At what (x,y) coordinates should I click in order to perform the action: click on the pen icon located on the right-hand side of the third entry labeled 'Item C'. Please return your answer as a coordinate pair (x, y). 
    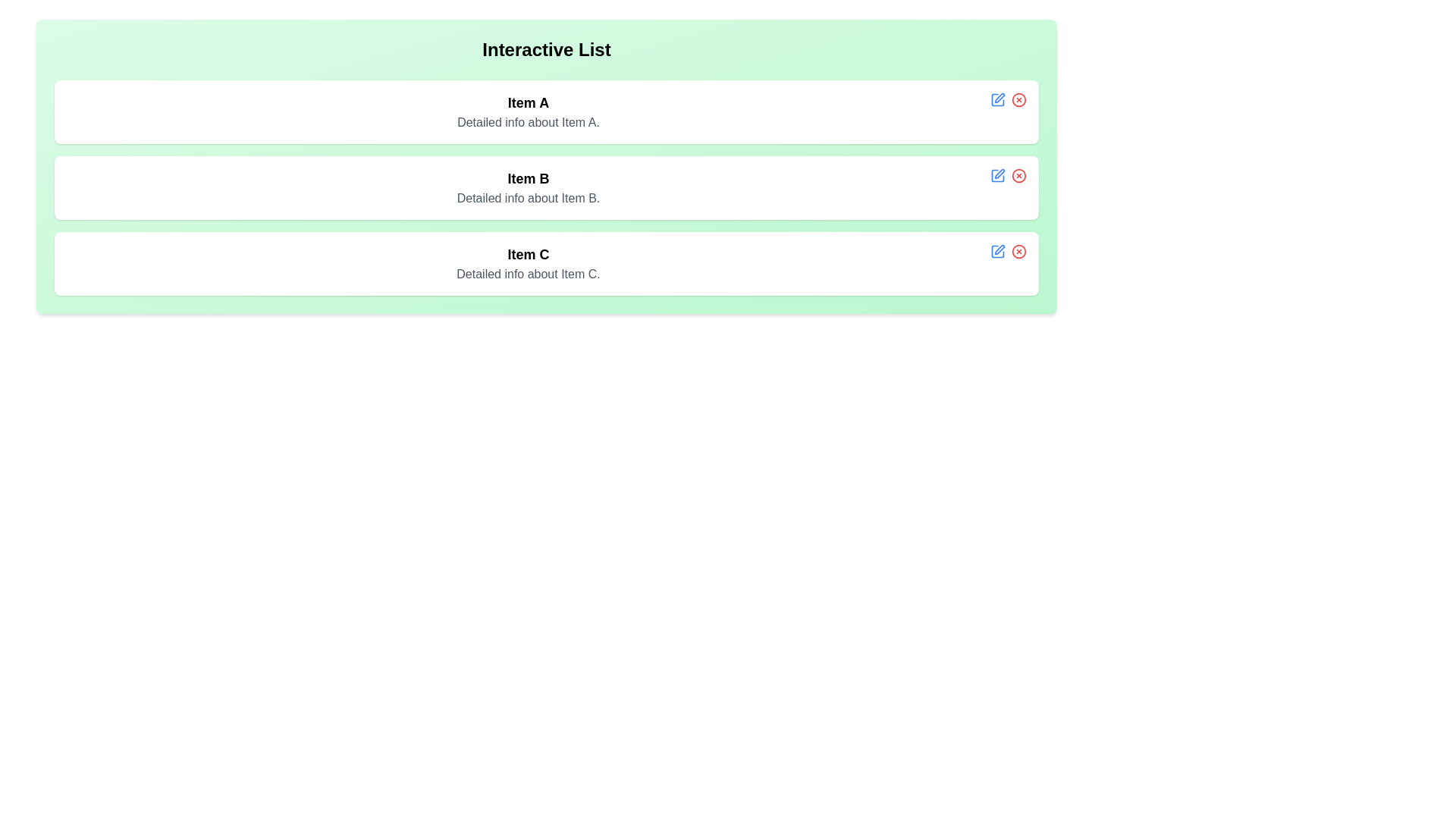
    Looking at the image, I should click on (997, 250).